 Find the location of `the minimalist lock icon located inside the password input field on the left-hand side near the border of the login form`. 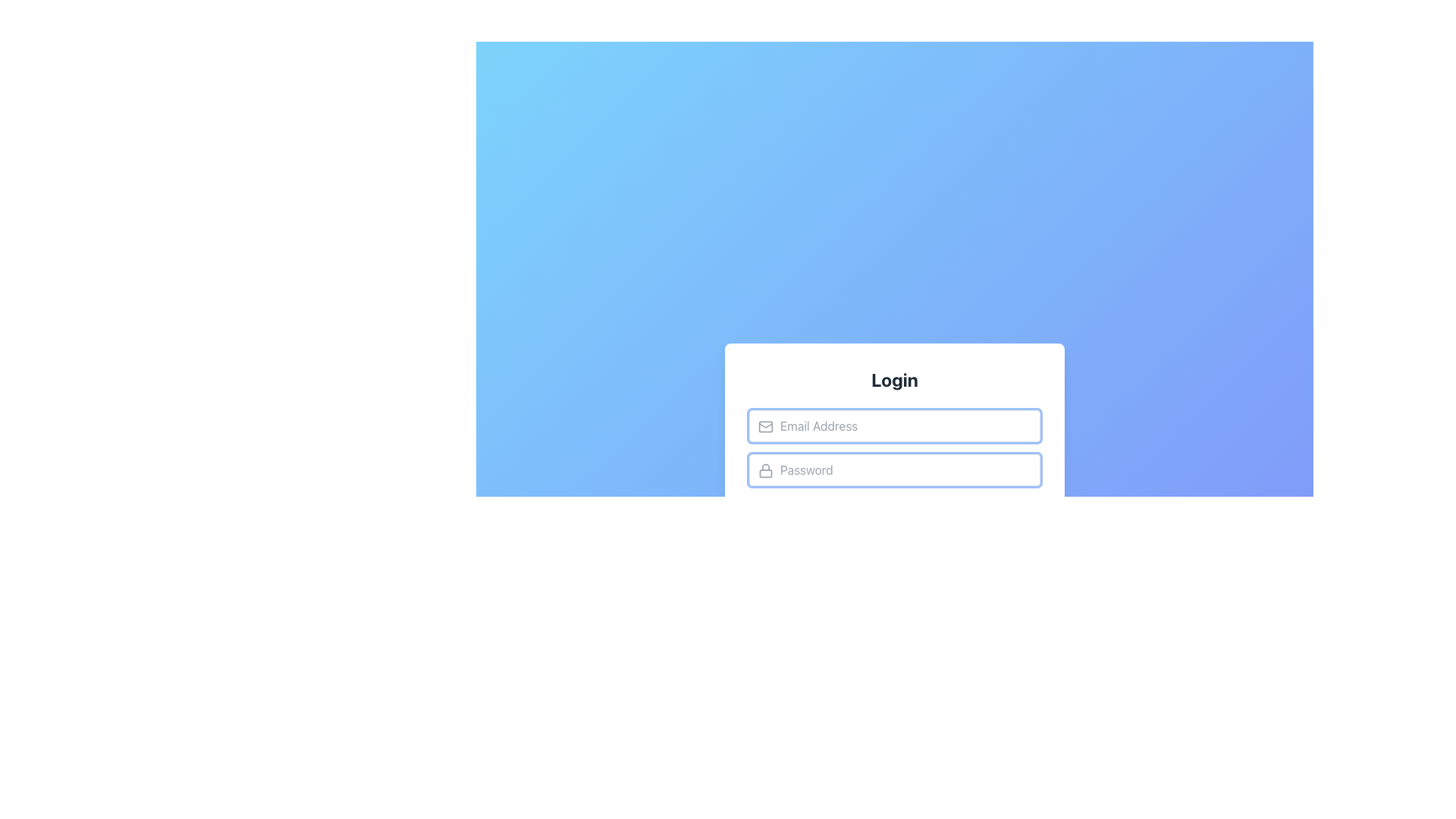

the minimalist lock icon located inside the password input field on the left-hand side near the border of the login form is located at coordinates (765, 470).